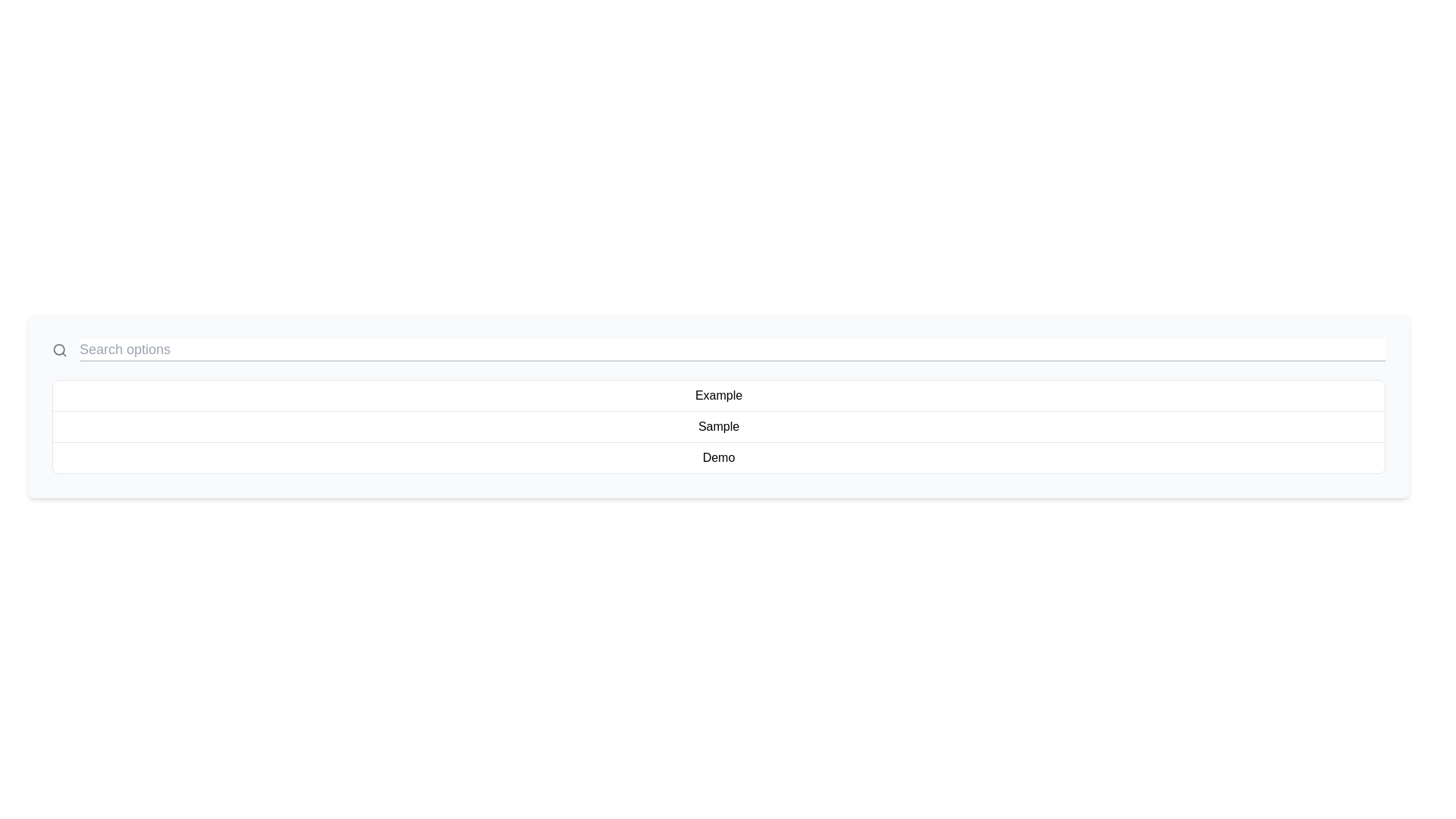 This screenshot has height=819, width=1456. I want to click on the search icon located at the top-left corner of the search bar, which serves as a visual indicator for search-related actions, so click(59, 350).